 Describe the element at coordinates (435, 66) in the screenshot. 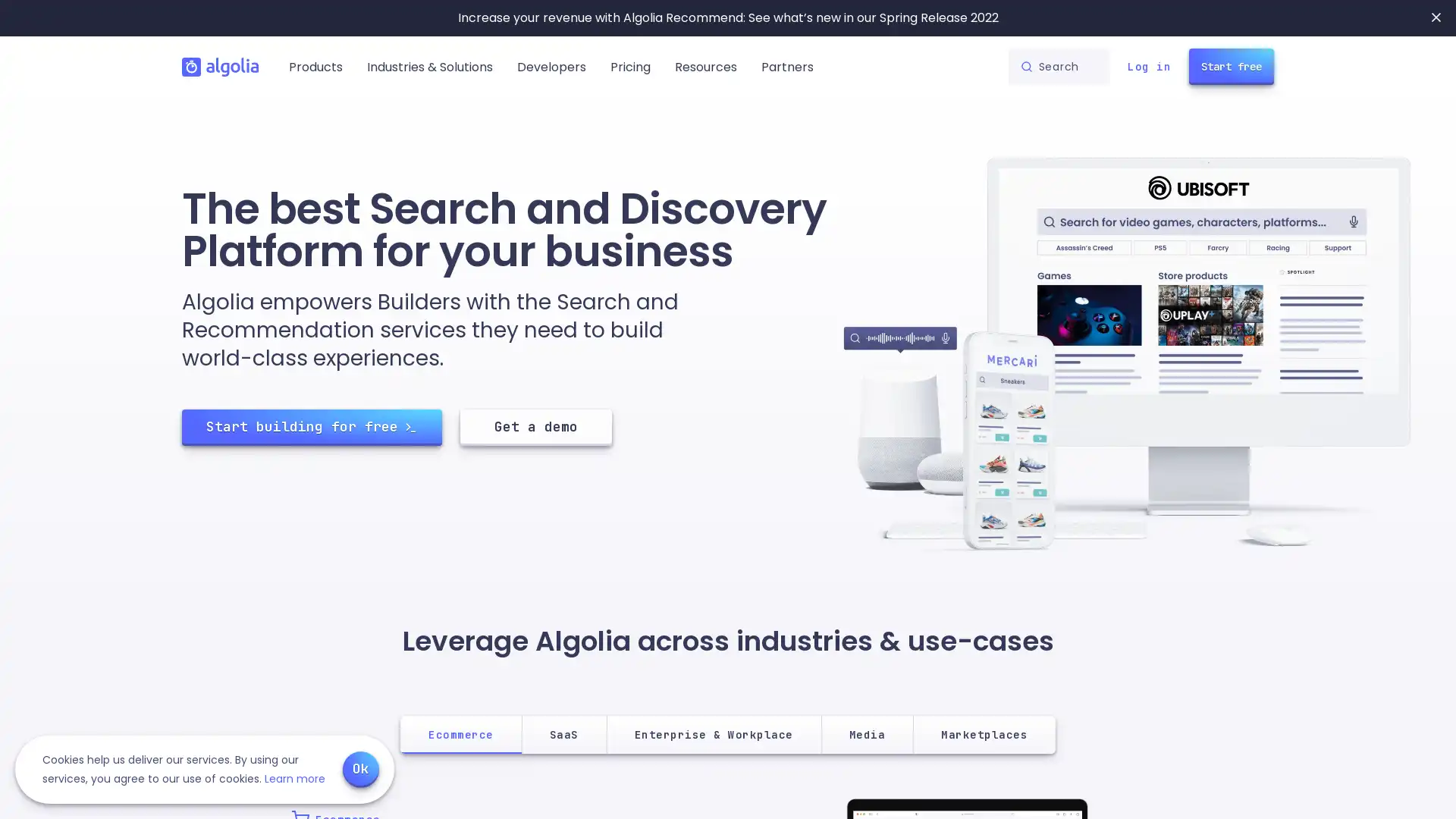

I see `Industries & Solutions` at that location.